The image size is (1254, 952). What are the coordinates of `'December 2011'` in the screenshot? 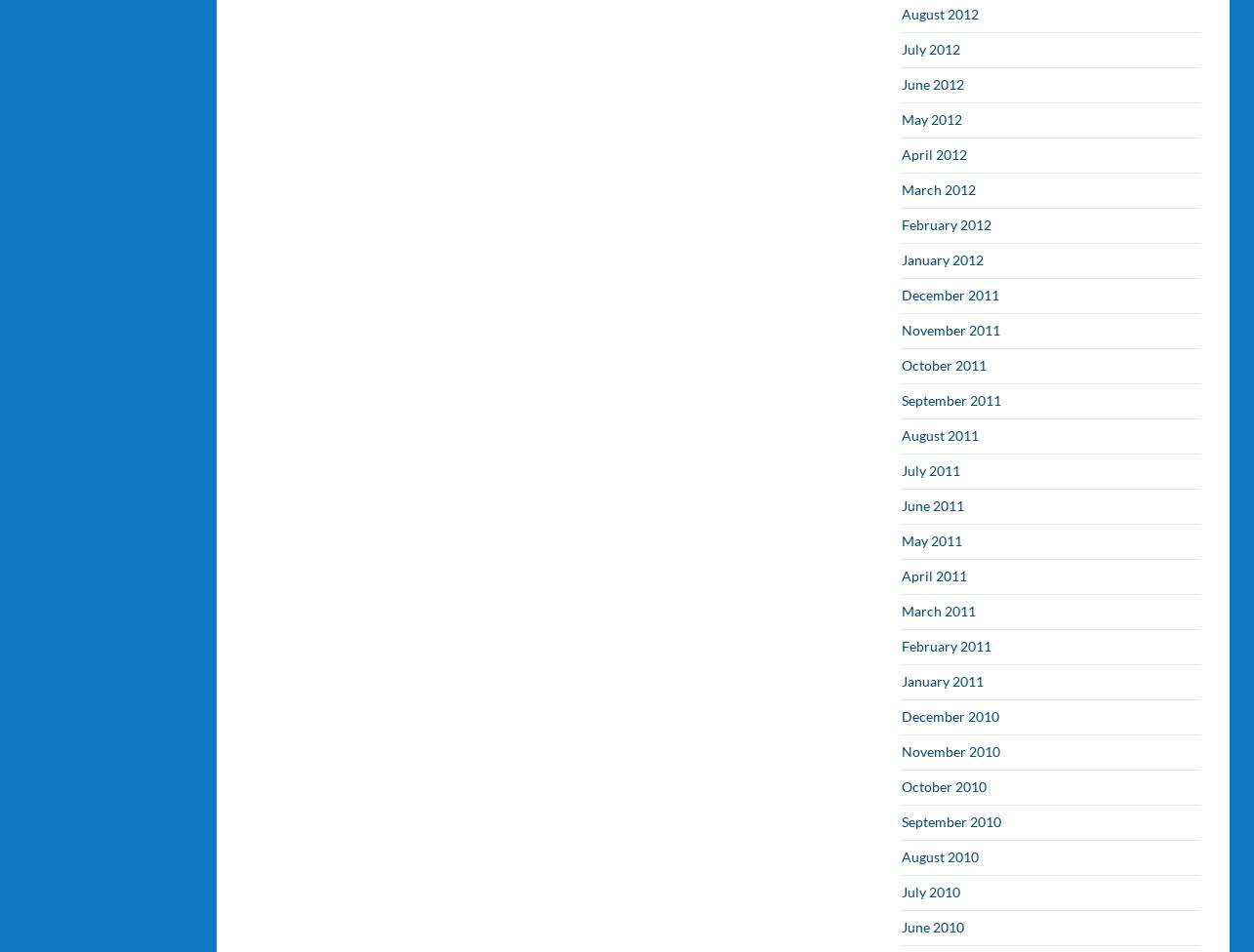 It's located at (951, 295).